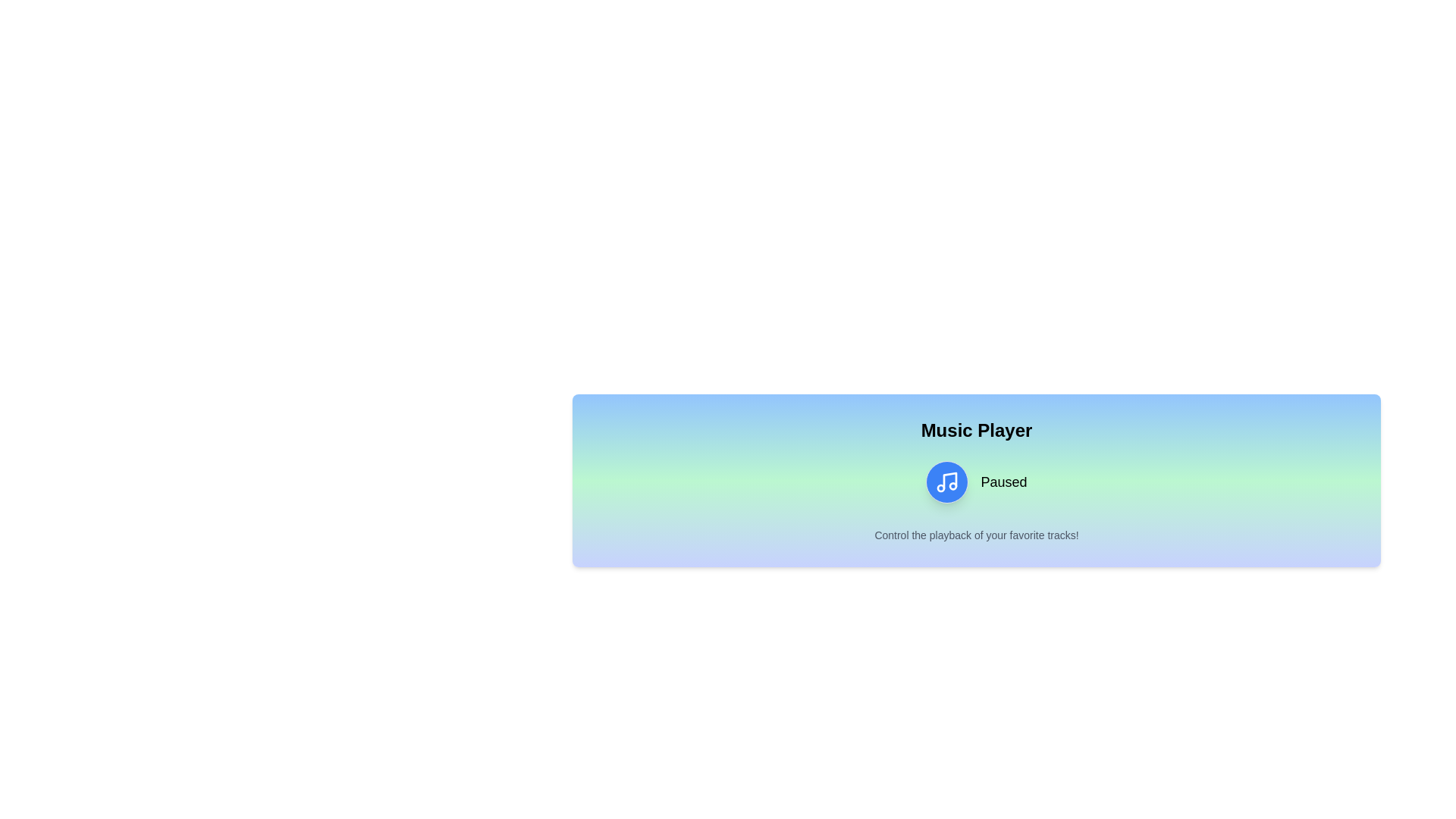 This screenshot has width=1456, height=819. I want to click on the playback toggle button to change its state, so click(946, 482).